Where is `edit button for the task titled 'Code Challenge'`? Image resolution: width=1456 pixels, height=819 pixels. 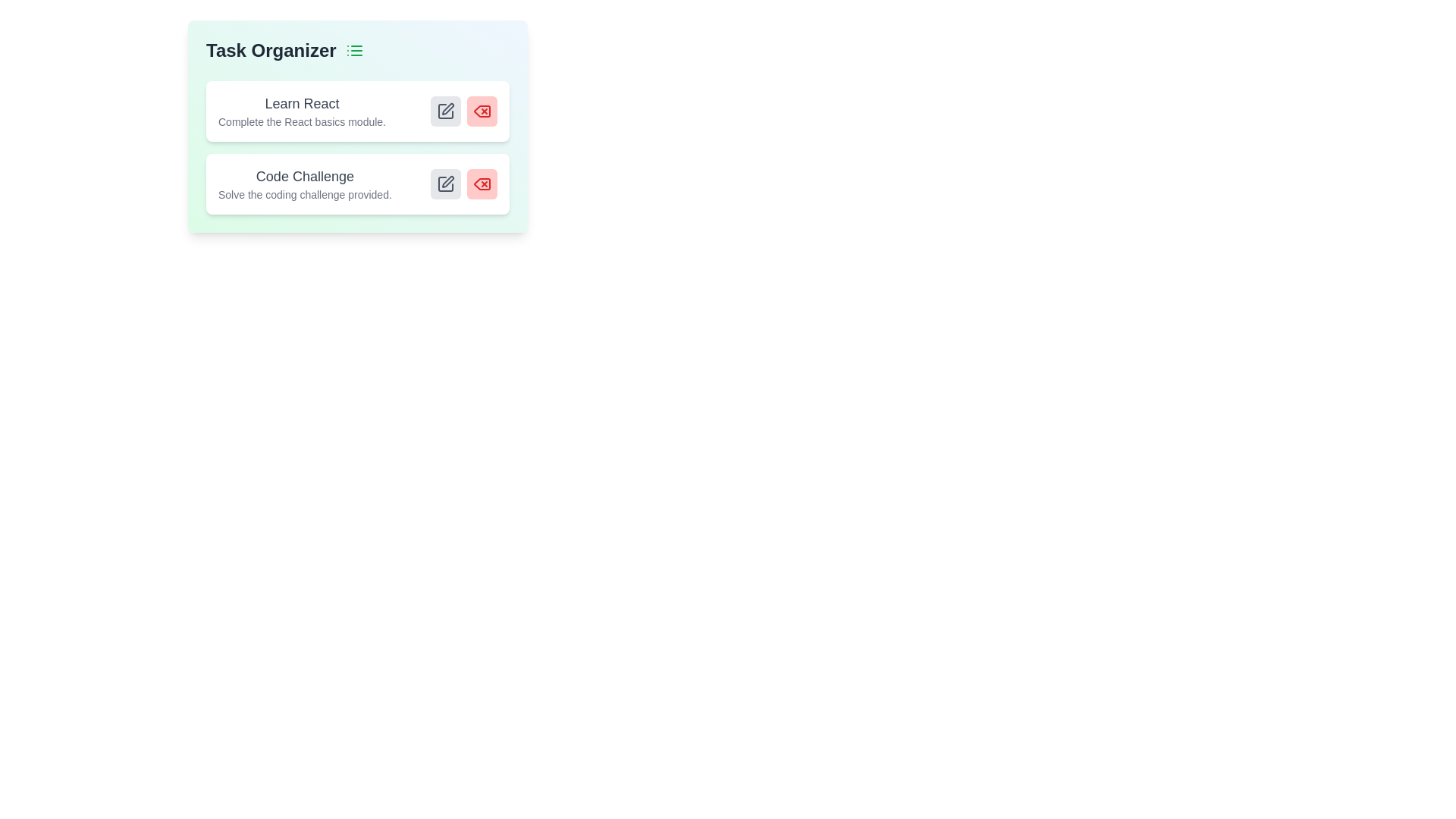
edit button for the task titled 'Code Challenge' is located at coordinates (445, 184).